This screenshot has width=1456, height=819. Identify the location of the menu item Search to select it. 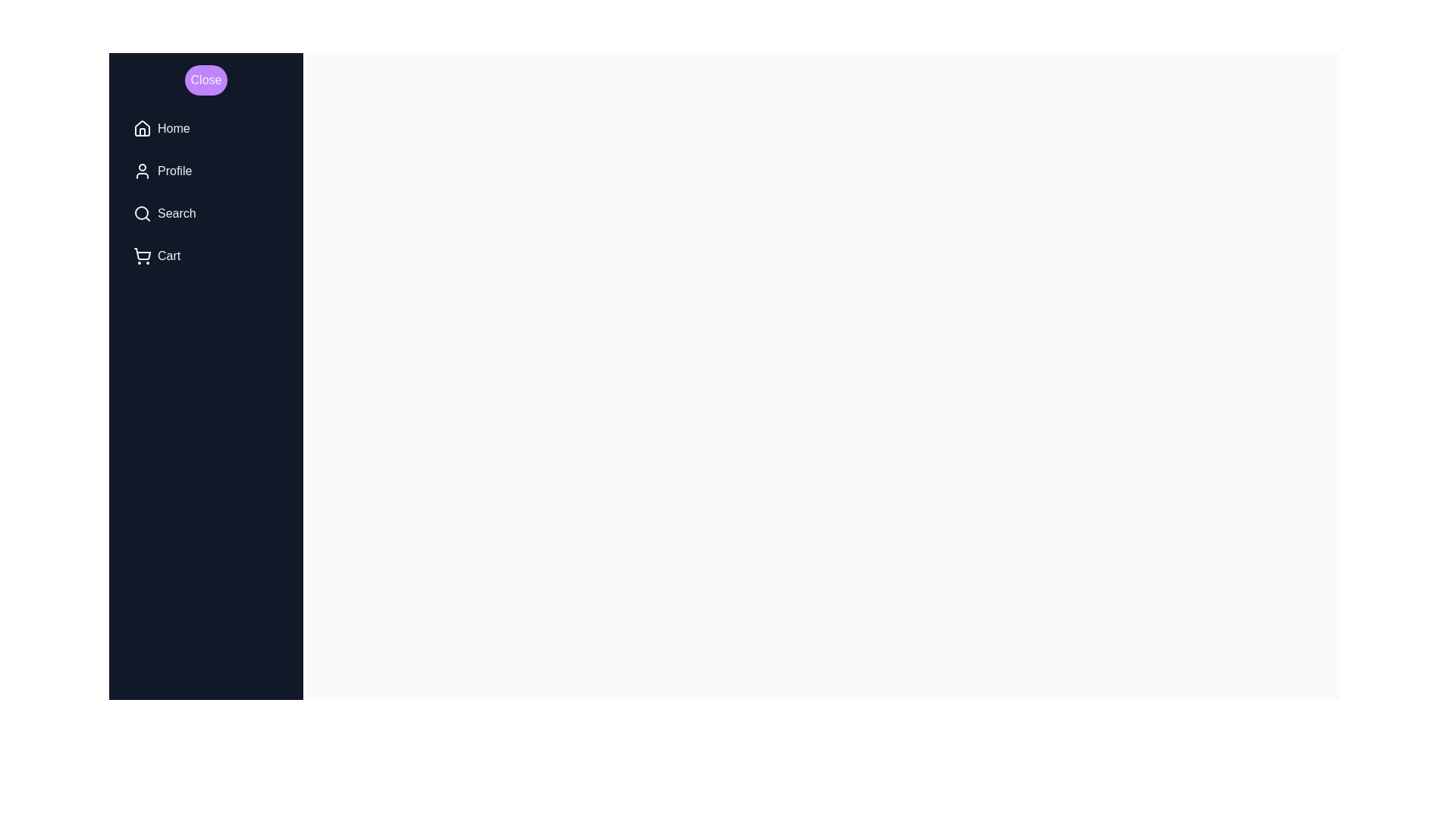
(206, 213).